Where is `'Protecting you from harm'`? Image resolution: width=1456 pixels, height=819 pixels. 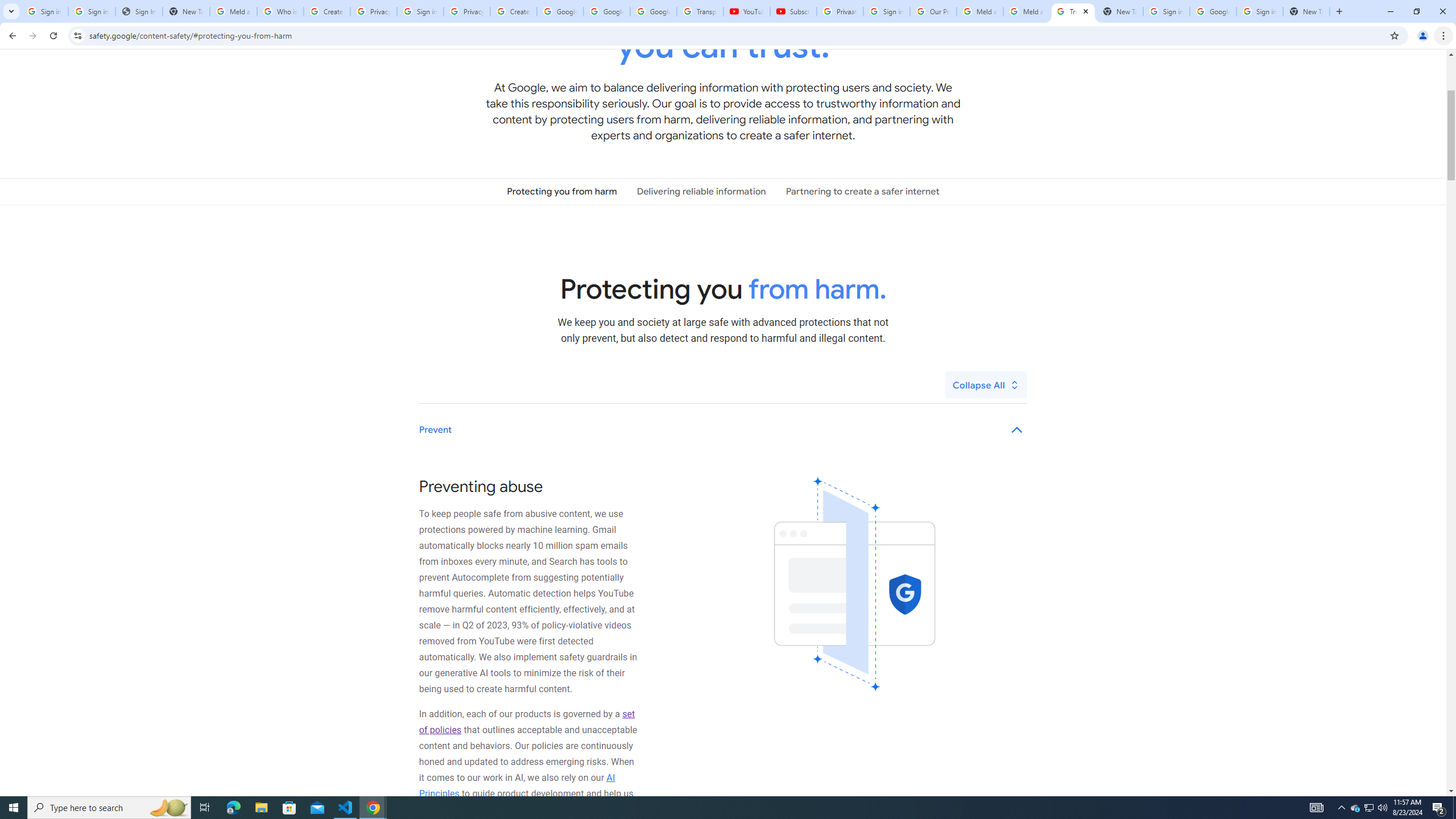 'Protecting you from harm' is located at coordinates (561, 191).